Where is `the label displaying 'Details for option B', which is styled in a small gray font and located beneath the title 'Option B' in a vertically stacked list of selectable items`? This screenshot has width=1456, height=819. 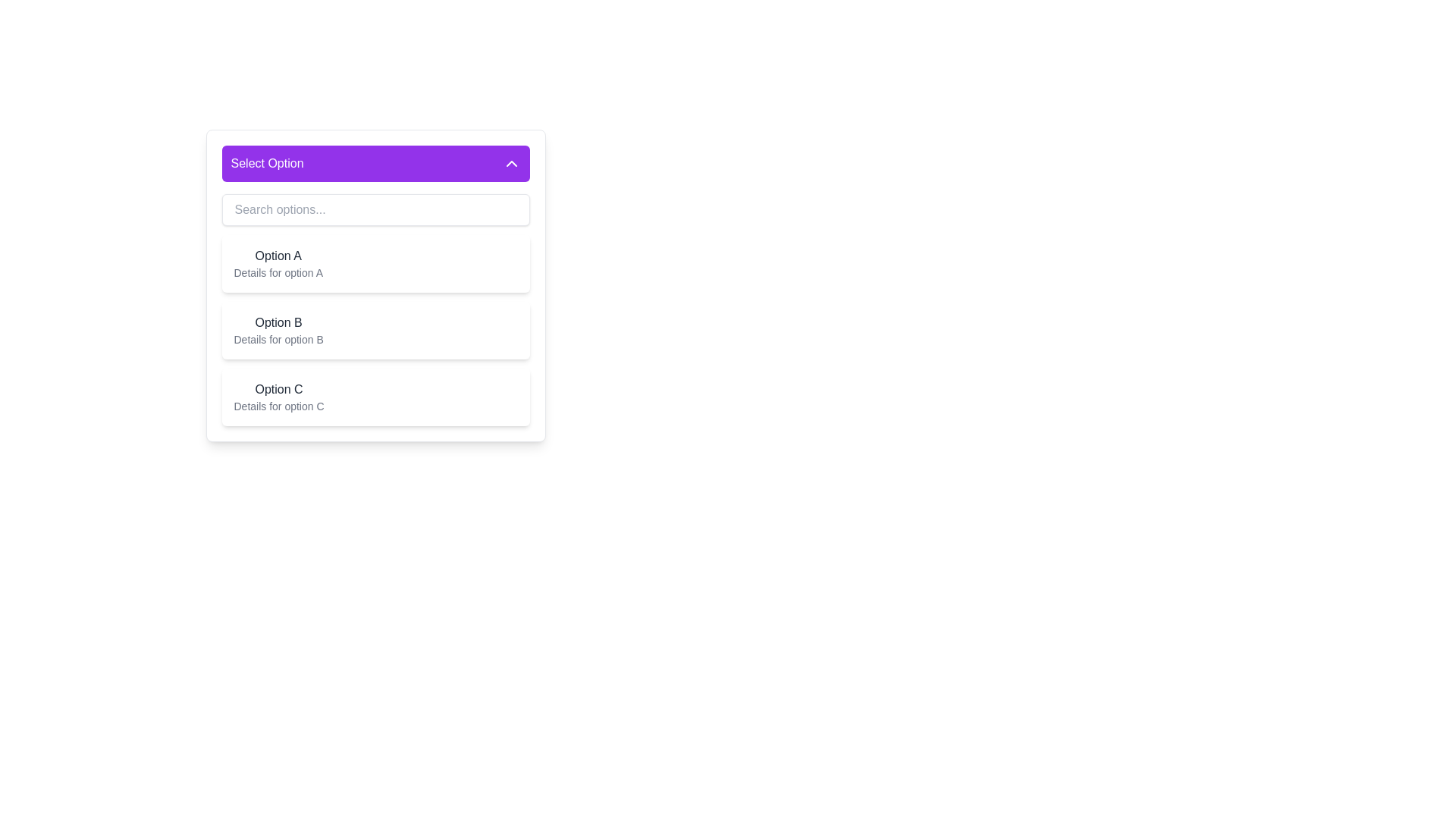 the label displaying 'Details for option B', which is styled in a small gray font and located beneath the title 'Option B' in a vertically stacked list of selectable items is located at coordinates (278, 338).